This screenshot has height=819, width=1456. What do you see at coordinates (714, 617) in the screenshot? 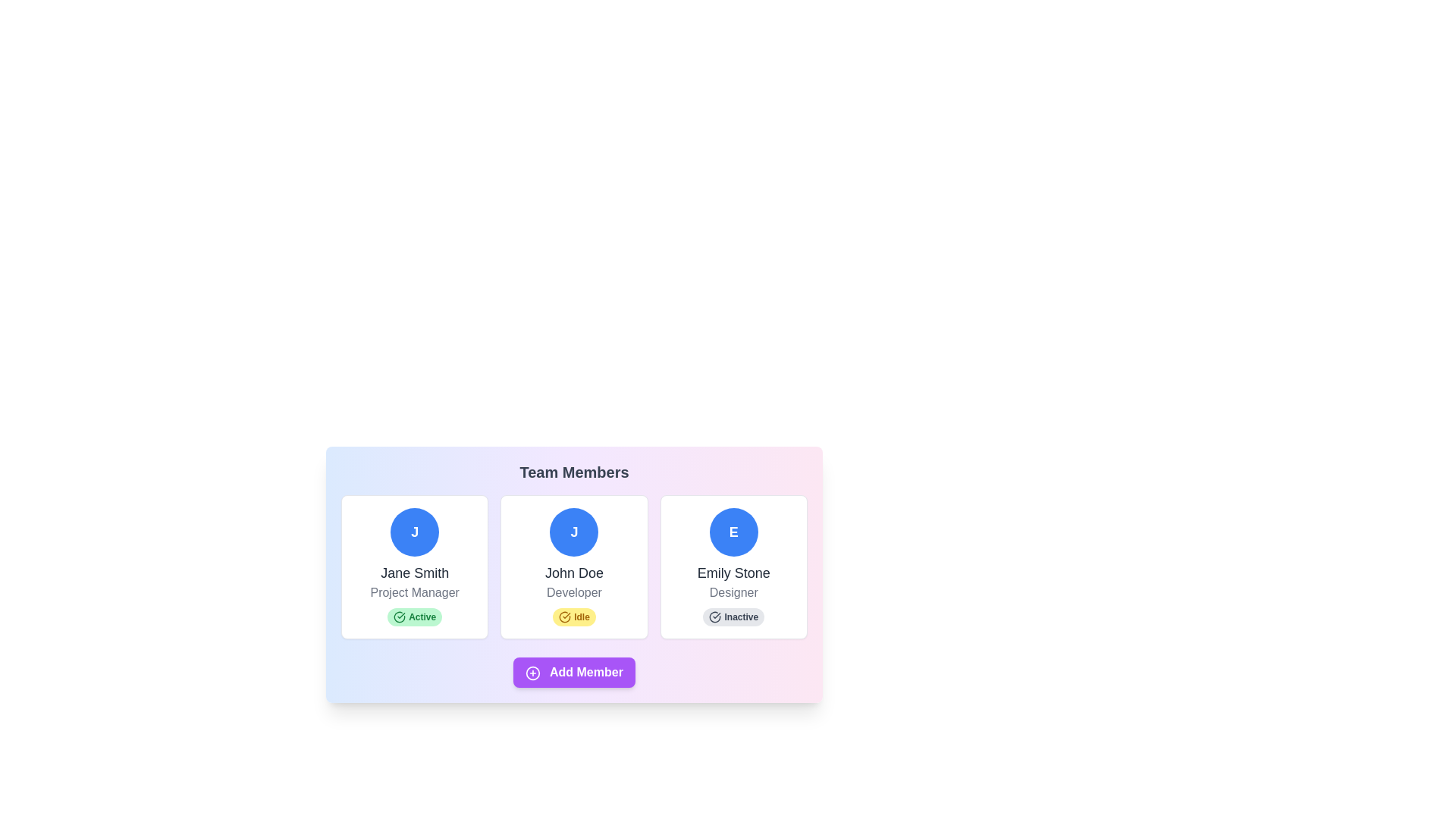
I see `the SVG icon resembling a check mark inside a circle, which is located to the left of the 'Inactive' label in the bottom part of the rightmost card` at bounding box center [714, 617].